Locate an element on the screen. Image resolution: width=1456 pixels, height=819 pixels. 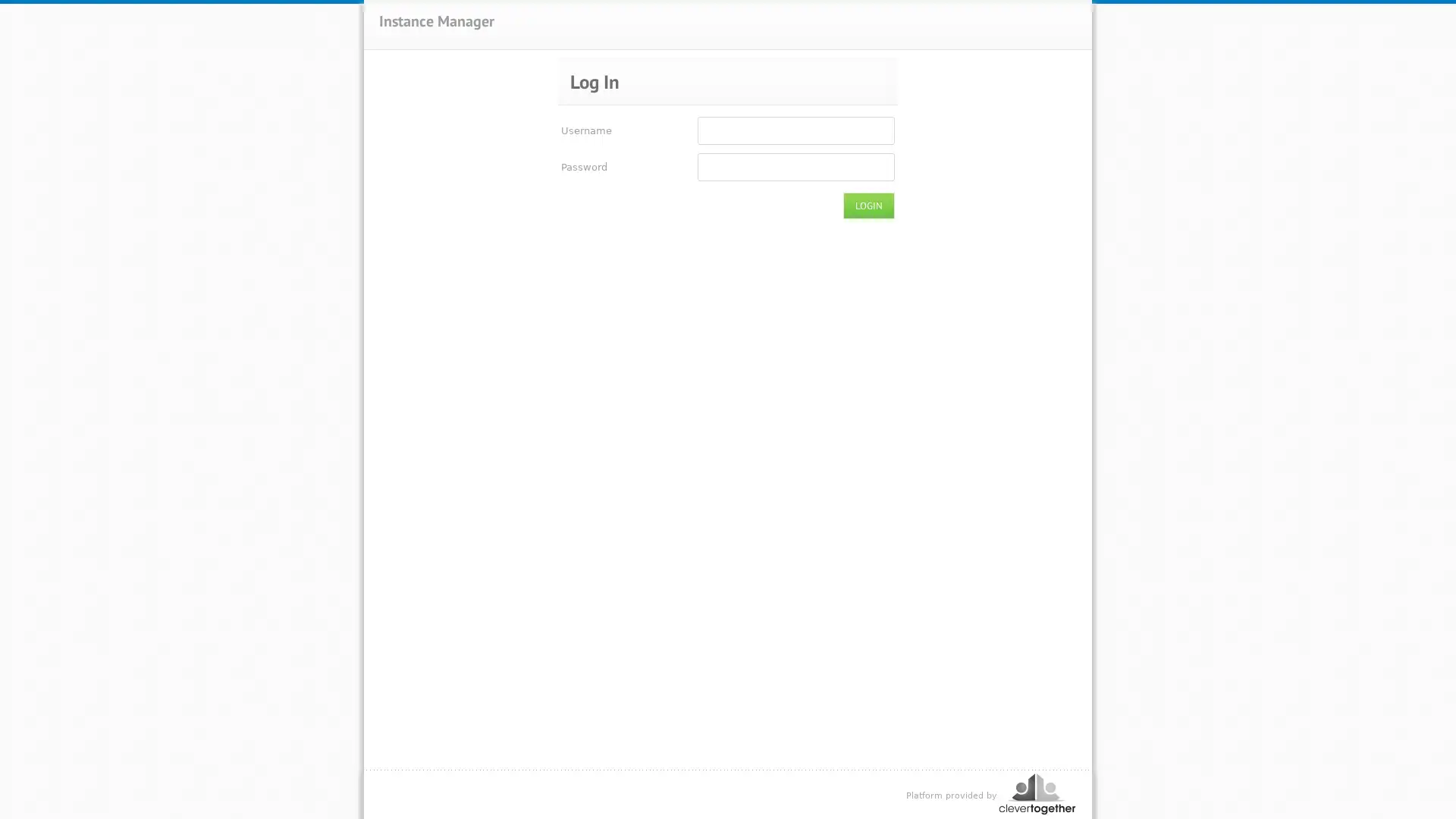
login is located at coordinates (869, 206).